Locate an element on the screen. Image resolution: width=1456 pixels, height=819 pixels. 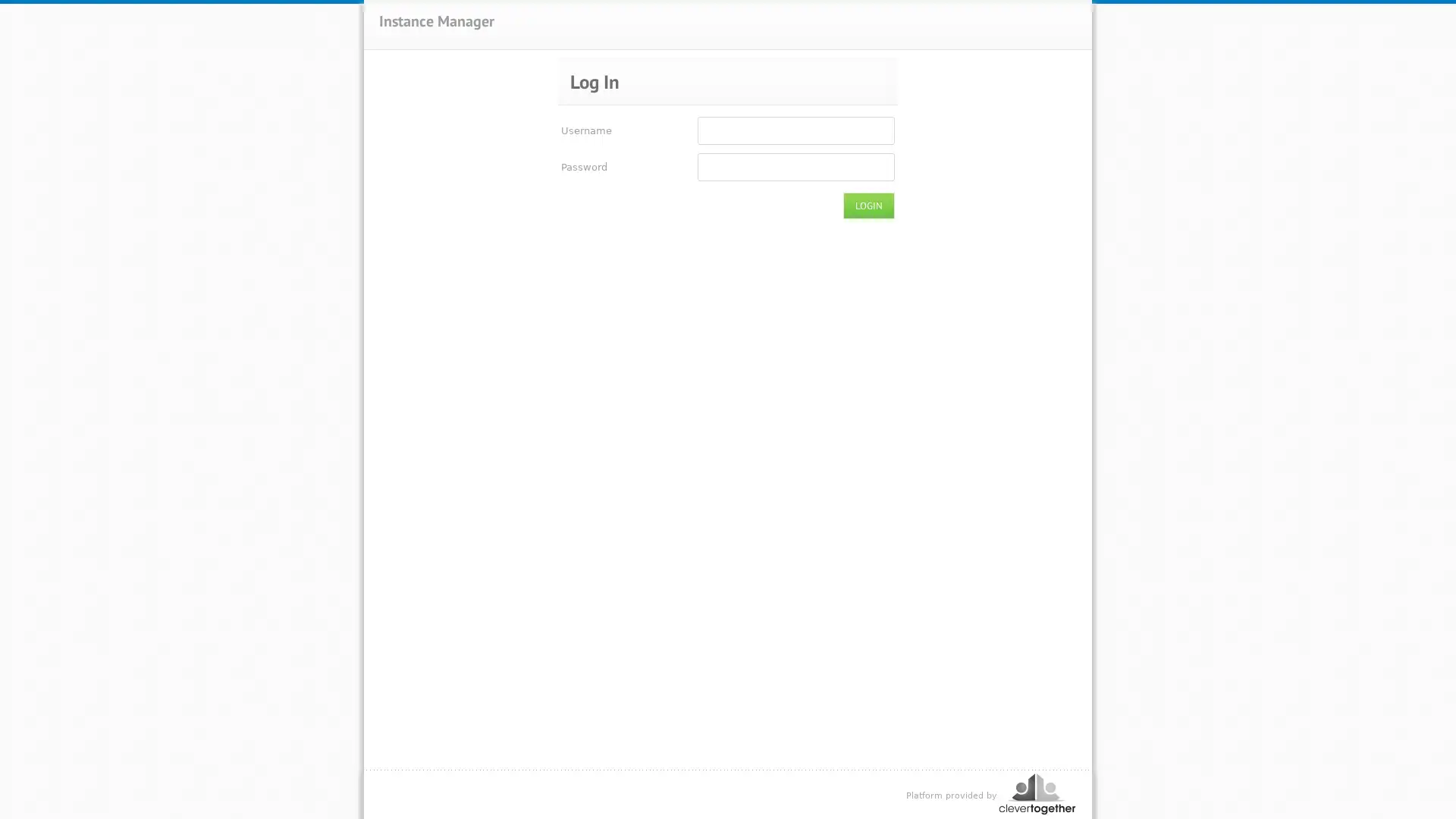
login is located at coordinates (869, 206).